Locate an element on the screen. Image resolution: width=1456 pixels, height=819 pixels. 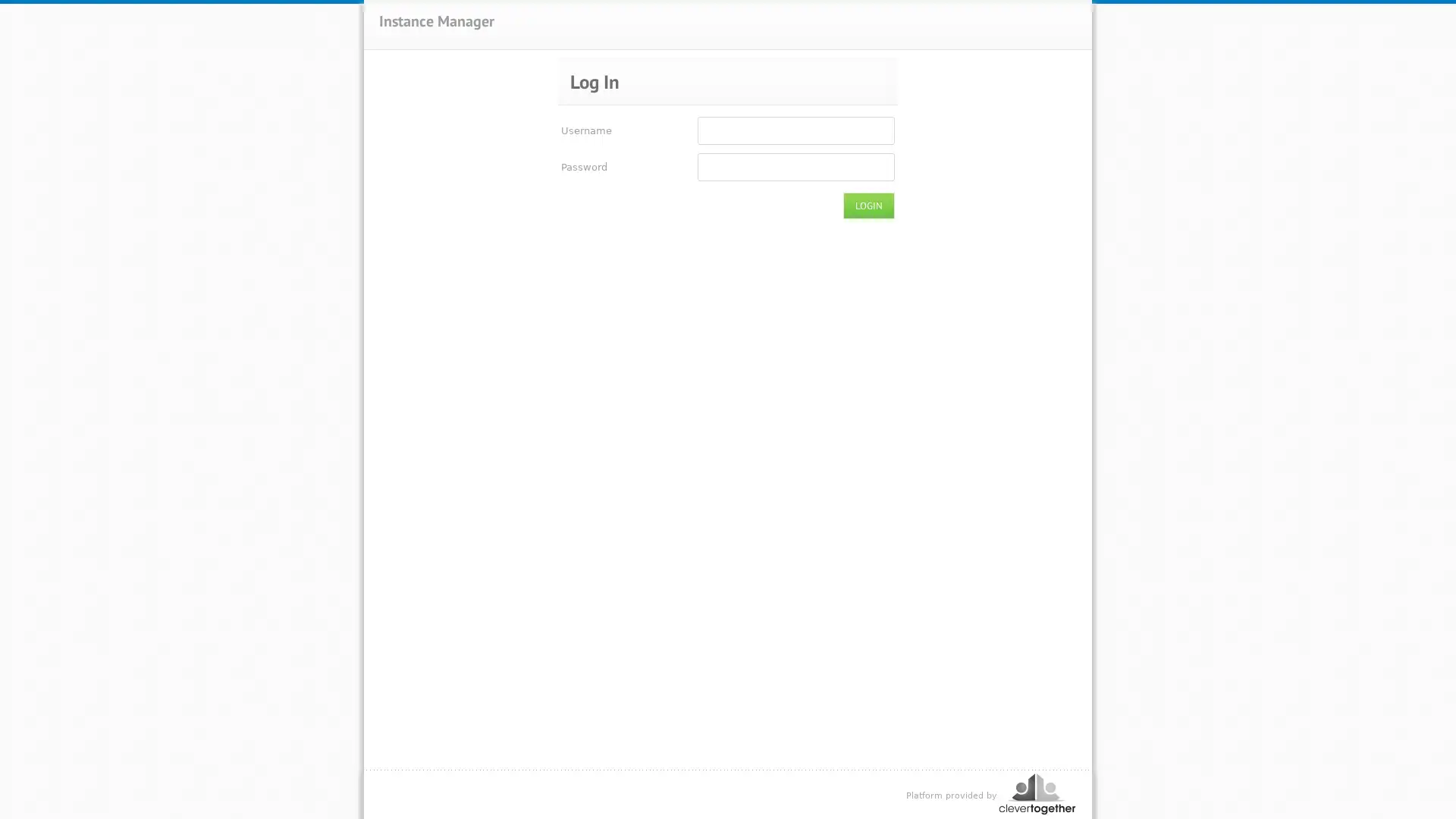
login is located at coordinates (869, 206).